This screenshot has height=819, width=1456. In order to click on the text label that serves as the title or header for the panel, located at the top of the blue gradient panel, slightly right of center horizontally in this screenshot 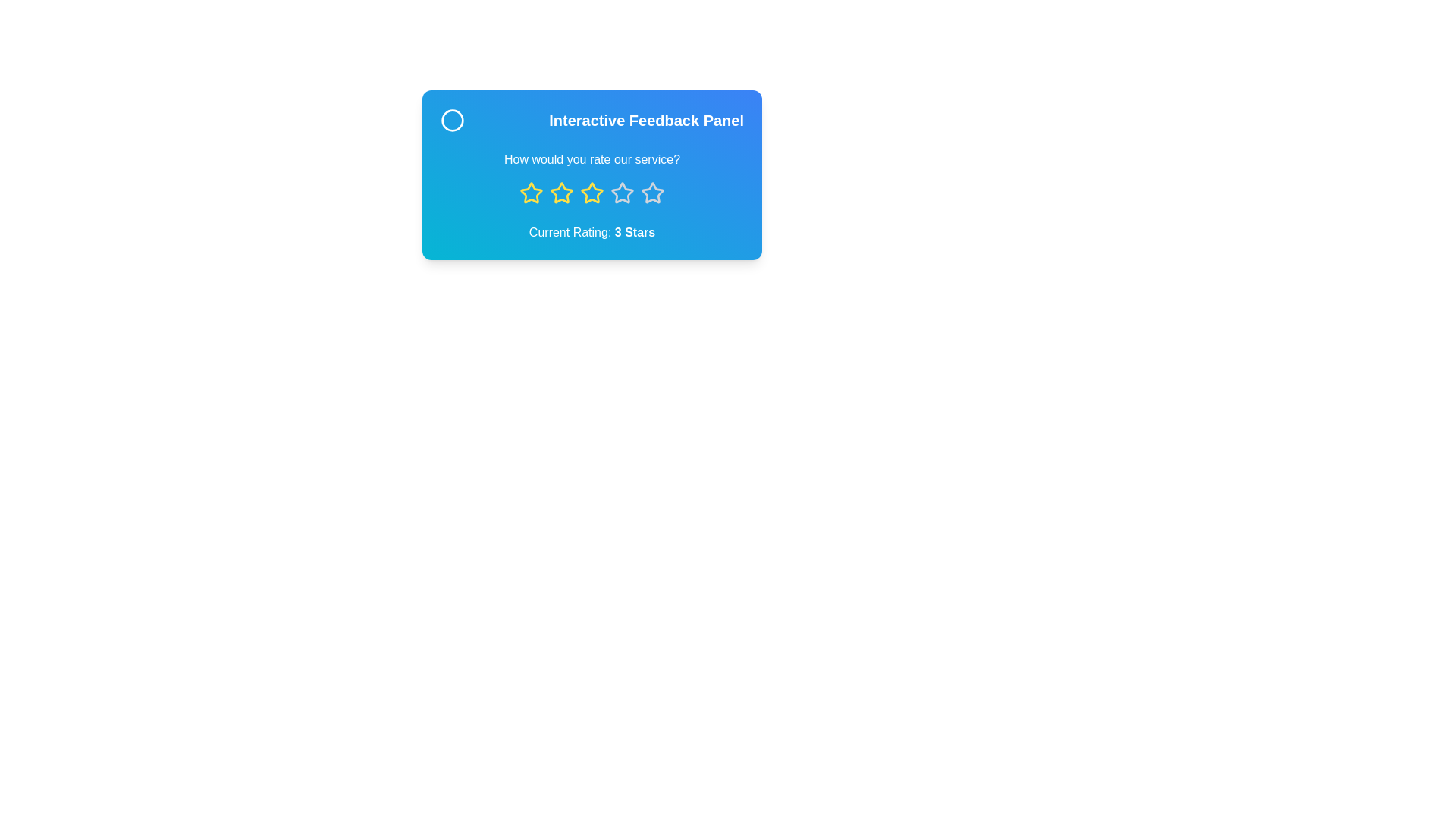, I will do `click(591, 119)`.